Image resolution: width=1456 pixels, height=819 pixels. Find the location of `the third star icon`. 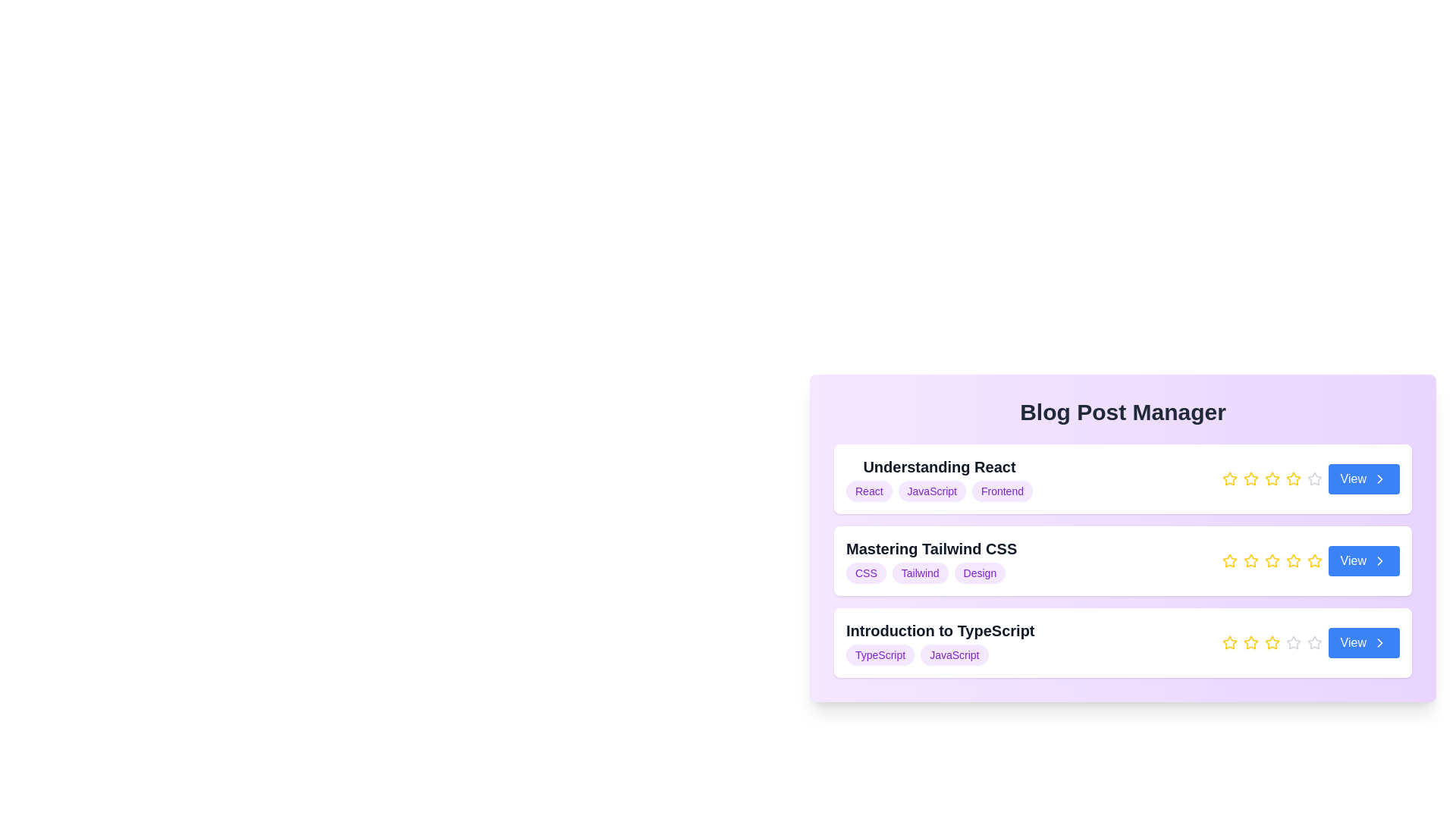

the third star icon is located at coordinates (1250, 643).